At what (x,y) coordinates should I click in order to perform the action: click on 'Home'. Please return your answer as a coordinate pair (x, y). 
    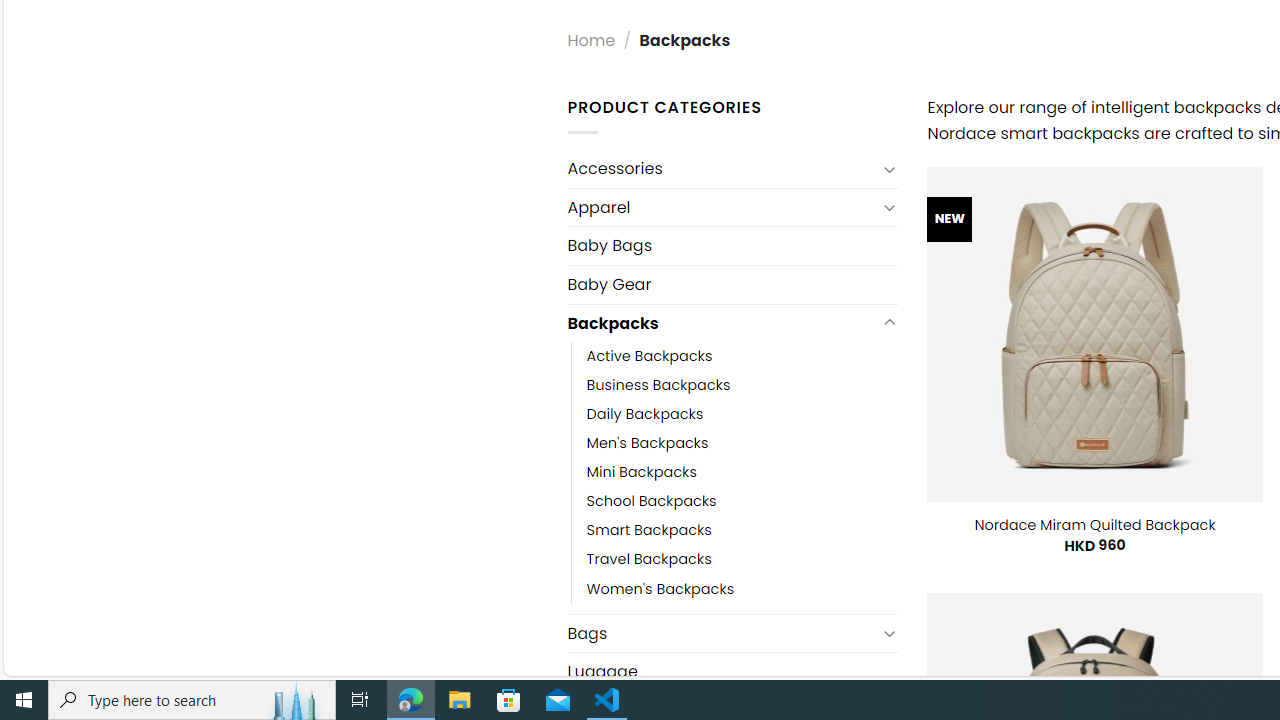
    Looking at the image, I should click on (590, 39).